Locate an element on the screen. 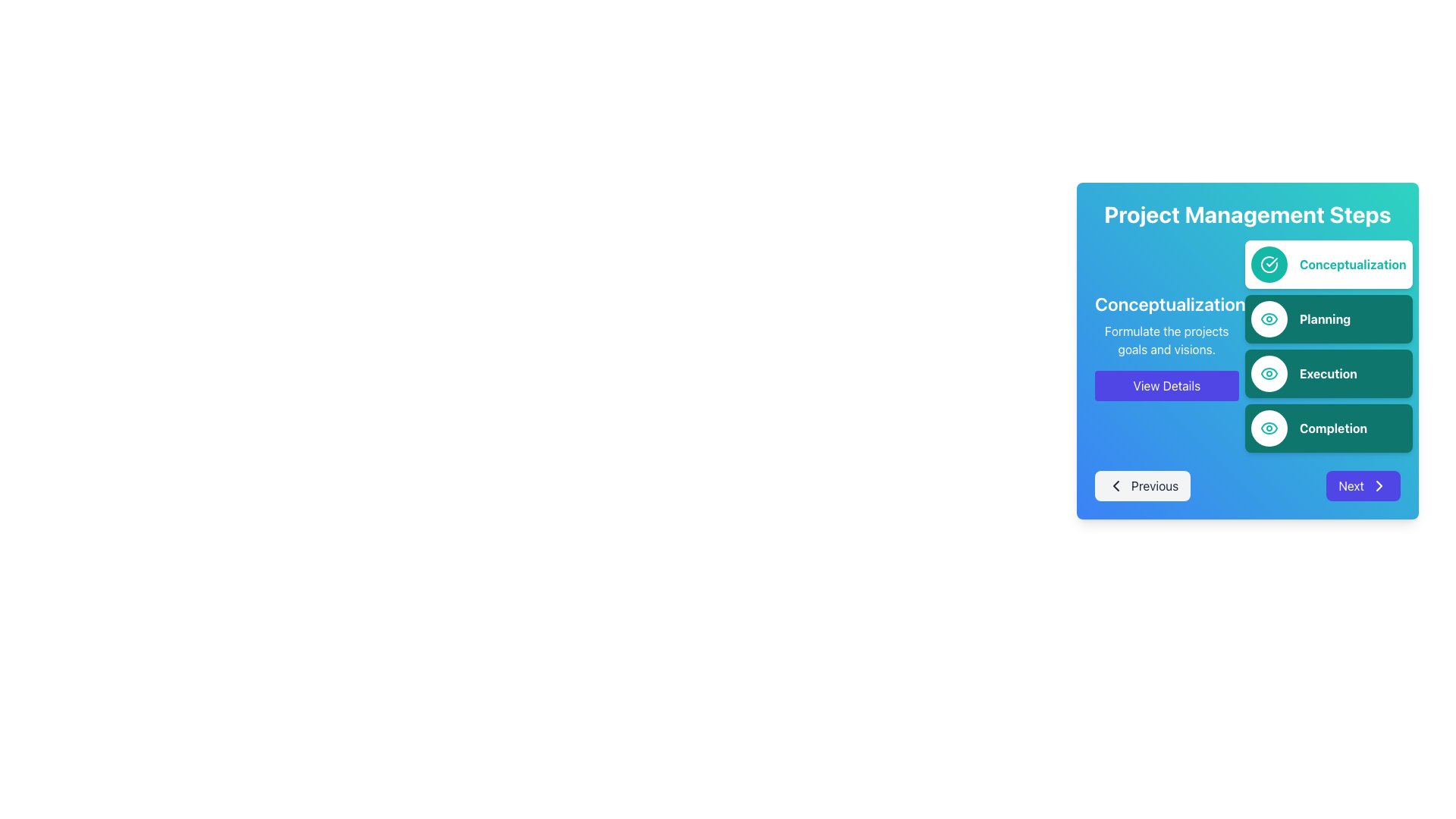 The height and width of the screenshot is (819, 1456). the status icon indicating the 'Conceptualization' step in the process flow, located to the left of the 'Conceptualization' text is located at coordinates (1269, 263).